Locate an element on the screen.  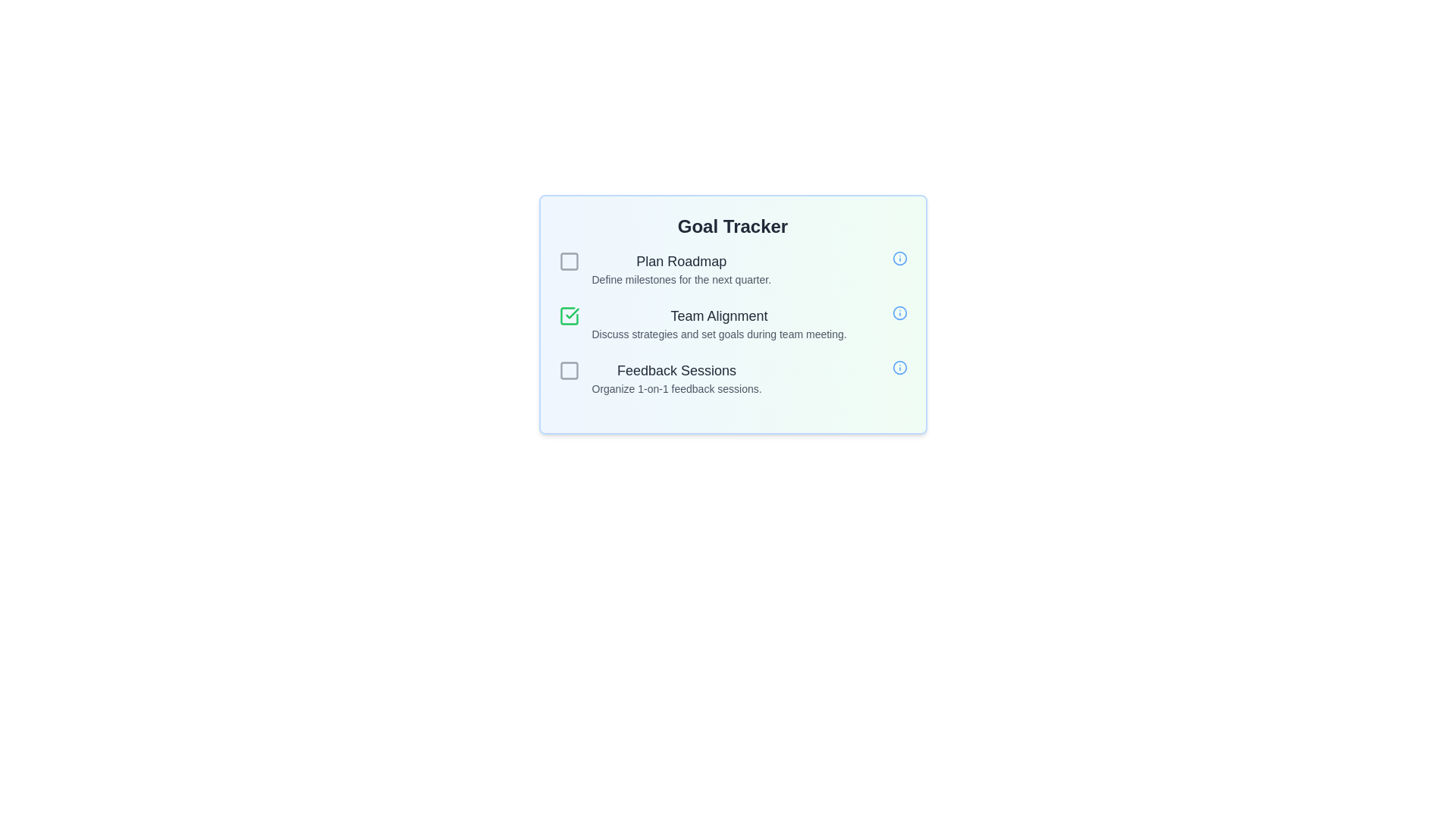
the light-gray rounded square checkbox located in the top-left position of the 'Plan Roadmap' list item is located at coordinates (568, 260).